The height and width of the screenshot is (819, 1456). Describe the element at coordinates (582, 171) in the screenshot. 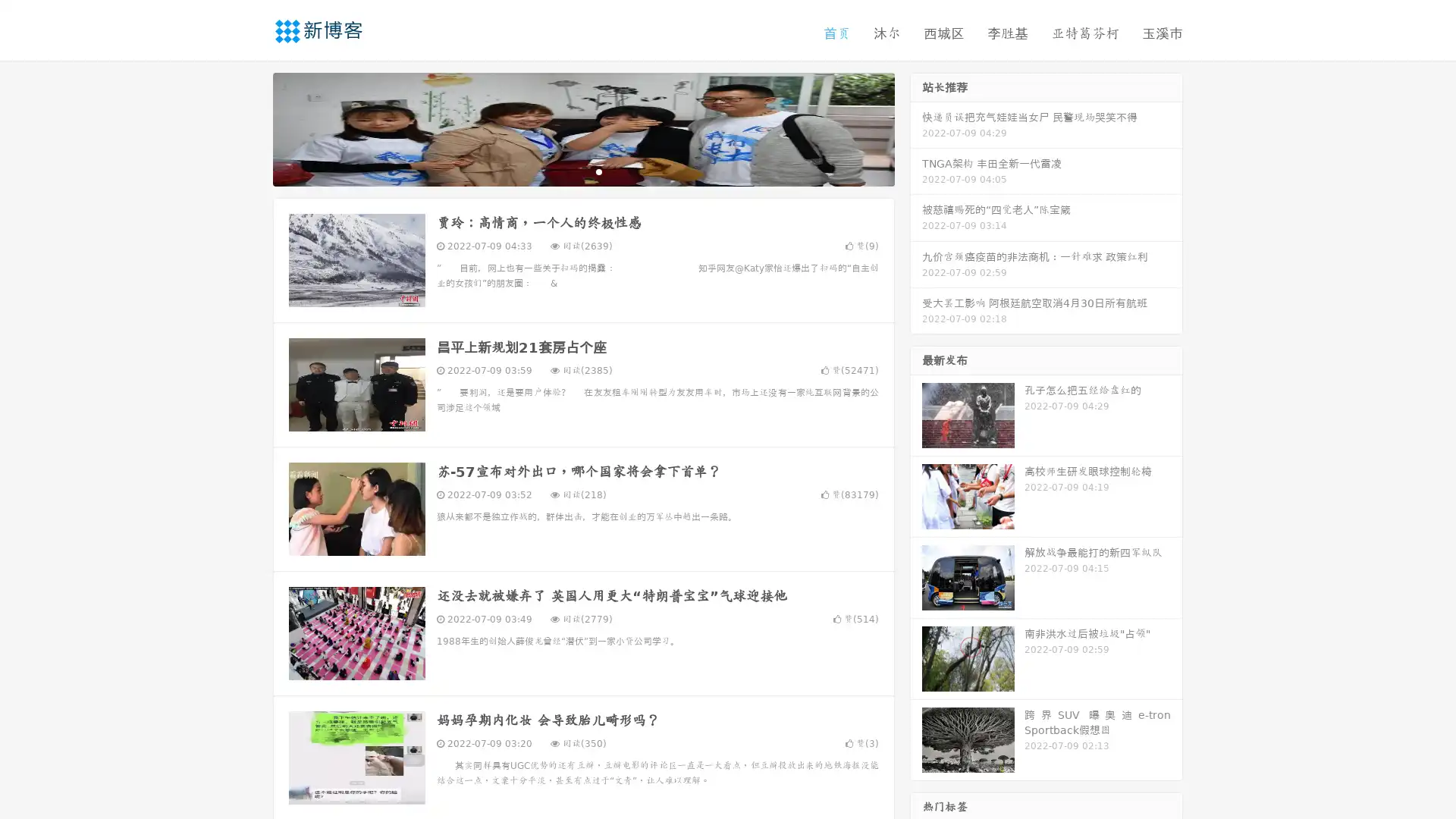

I see `Go to slide 2` at that location.